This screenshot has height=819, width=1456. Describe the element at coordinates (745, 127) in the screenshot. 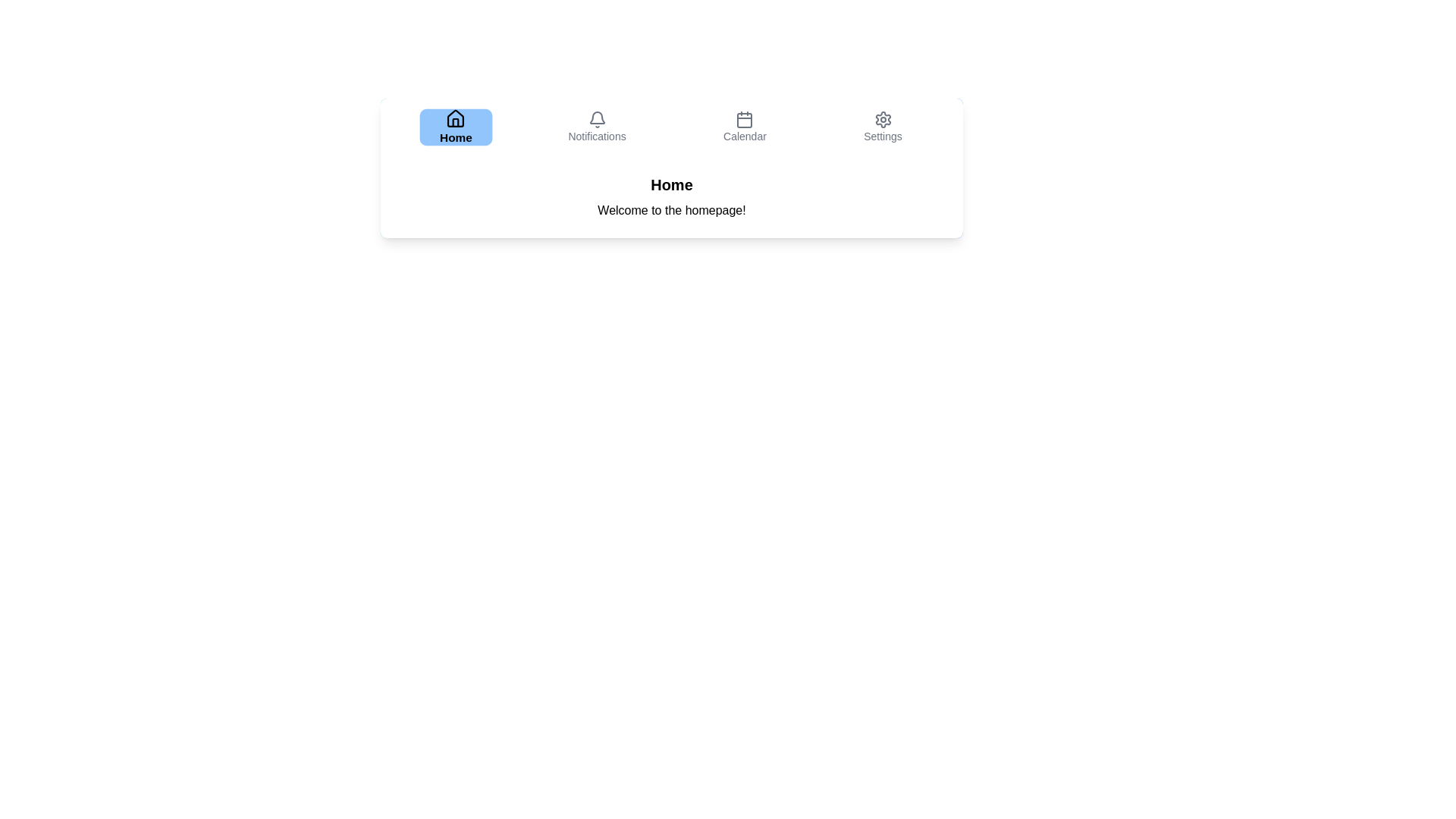

I see `the 'Calendar' button in the navigation menu` at that location.